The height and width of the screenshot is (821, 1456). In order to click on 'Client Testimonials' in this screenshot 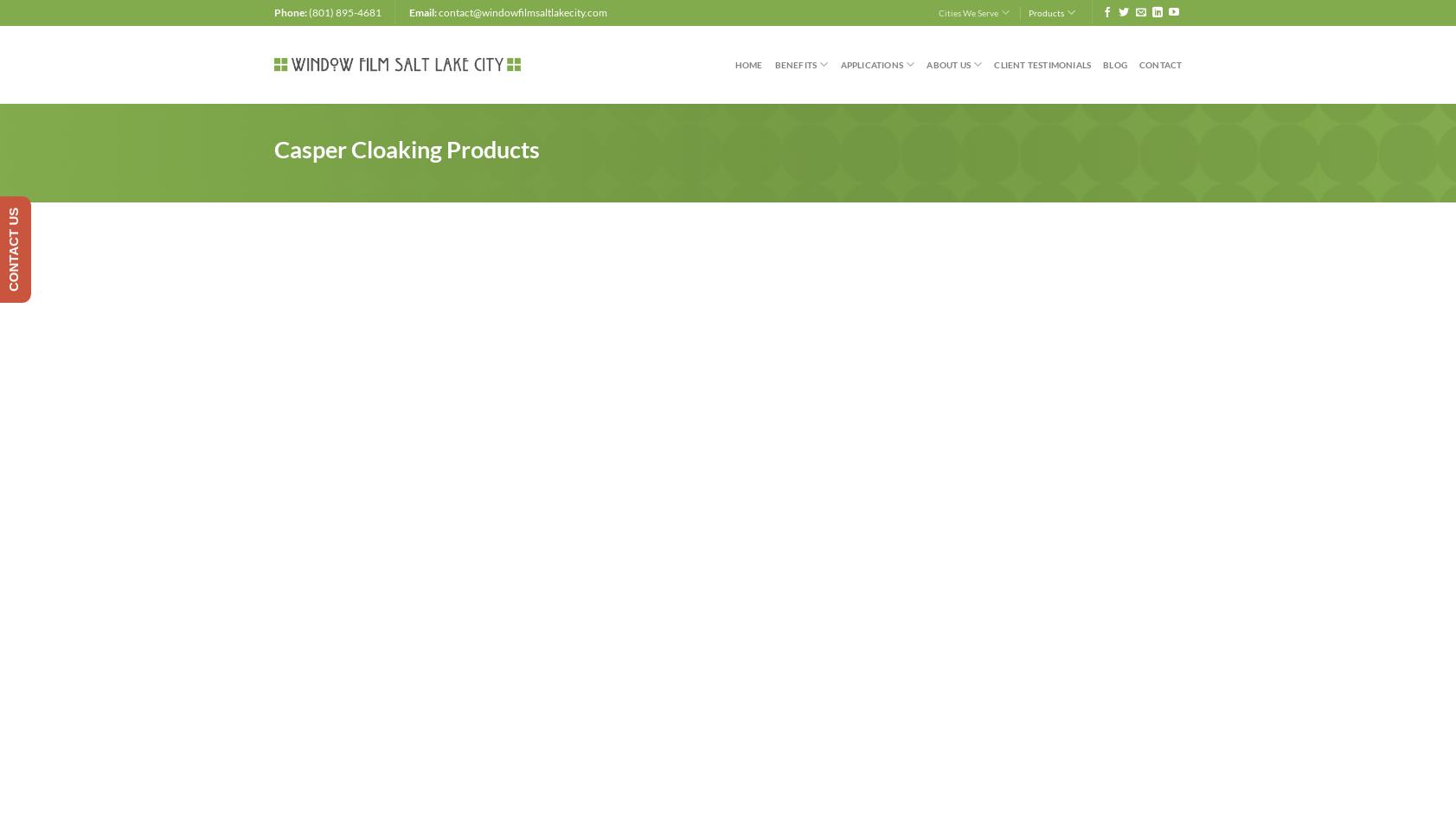, I will do `click(1042, 64)`.